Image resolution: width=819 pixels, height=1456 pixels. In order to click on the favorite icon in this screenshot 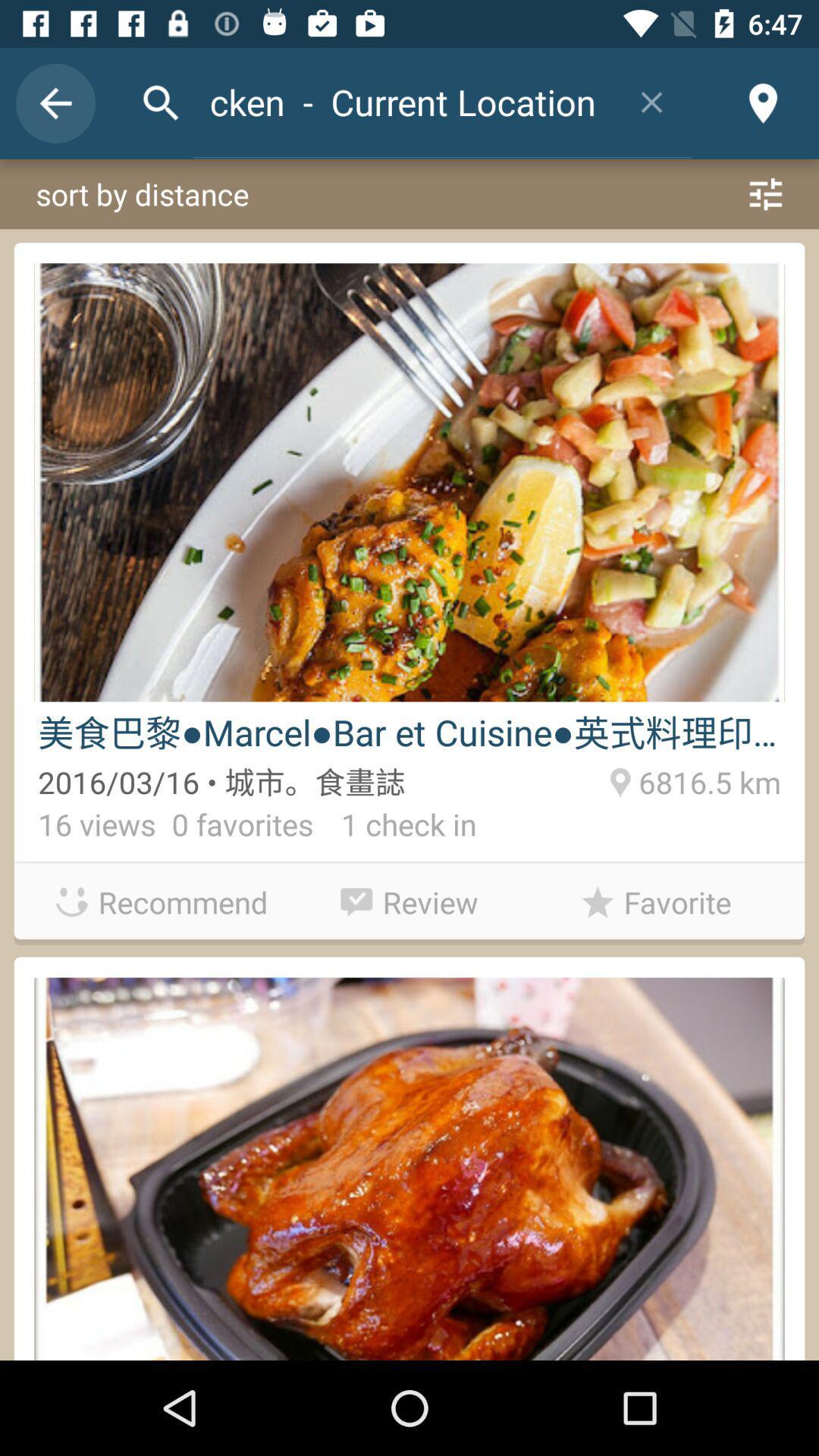, I will do `click(655, 902)`.